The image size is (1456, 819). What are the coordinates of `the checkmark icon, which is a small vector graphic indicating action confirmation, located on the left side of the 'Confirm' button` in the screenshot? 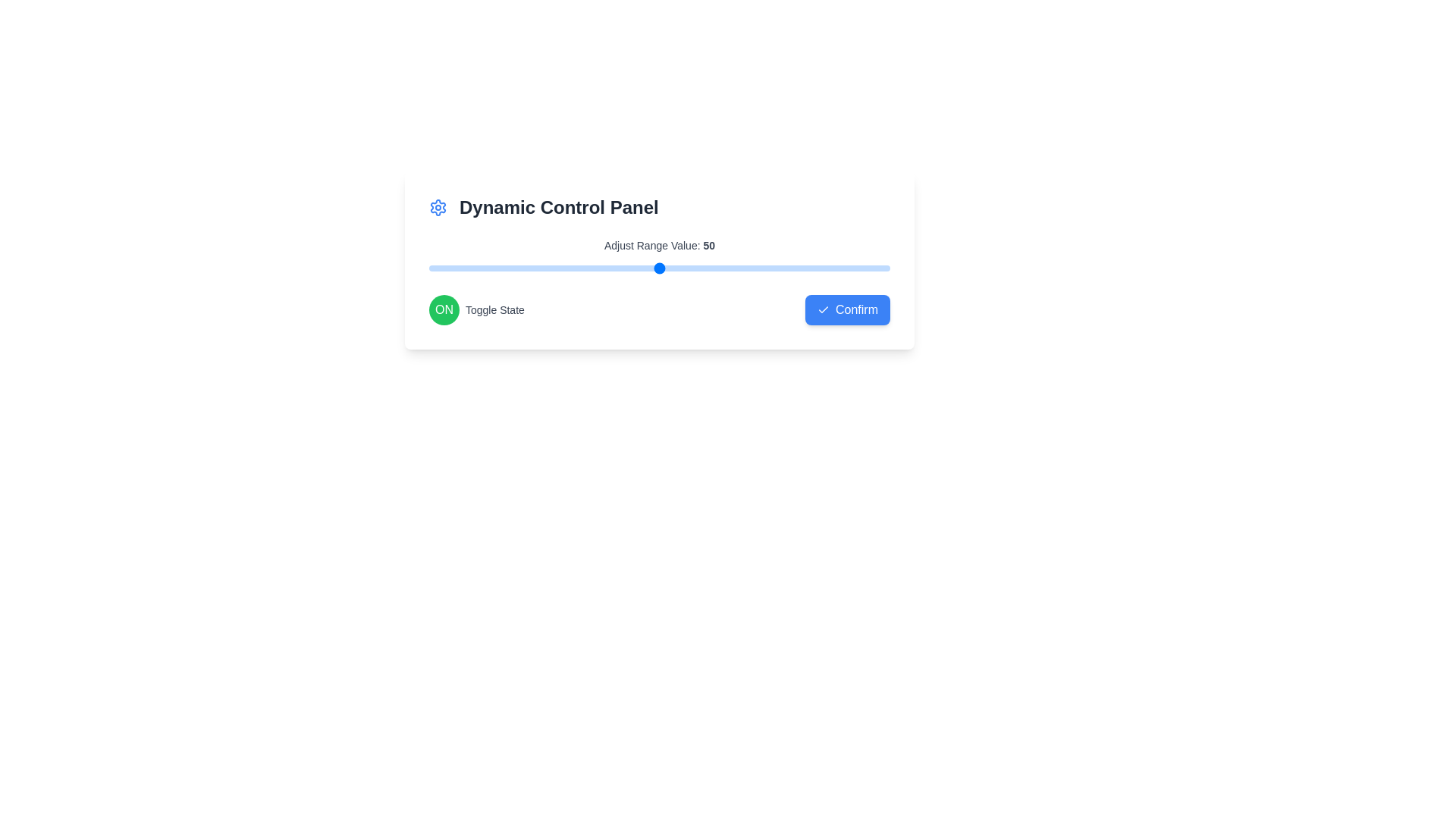 It's located at (822, 309).